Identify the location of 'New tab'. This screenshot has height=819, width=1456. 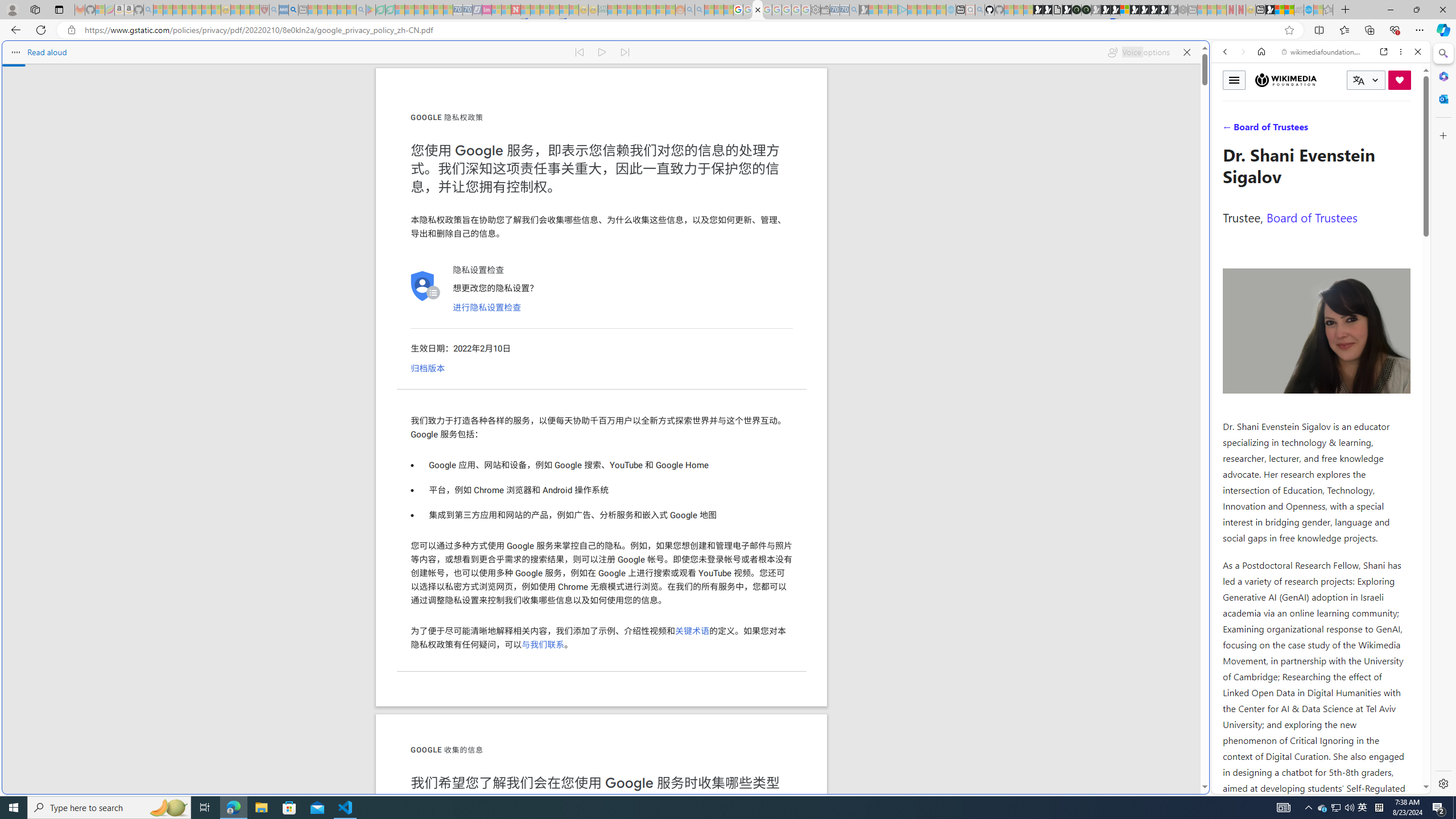
(1259, 9).